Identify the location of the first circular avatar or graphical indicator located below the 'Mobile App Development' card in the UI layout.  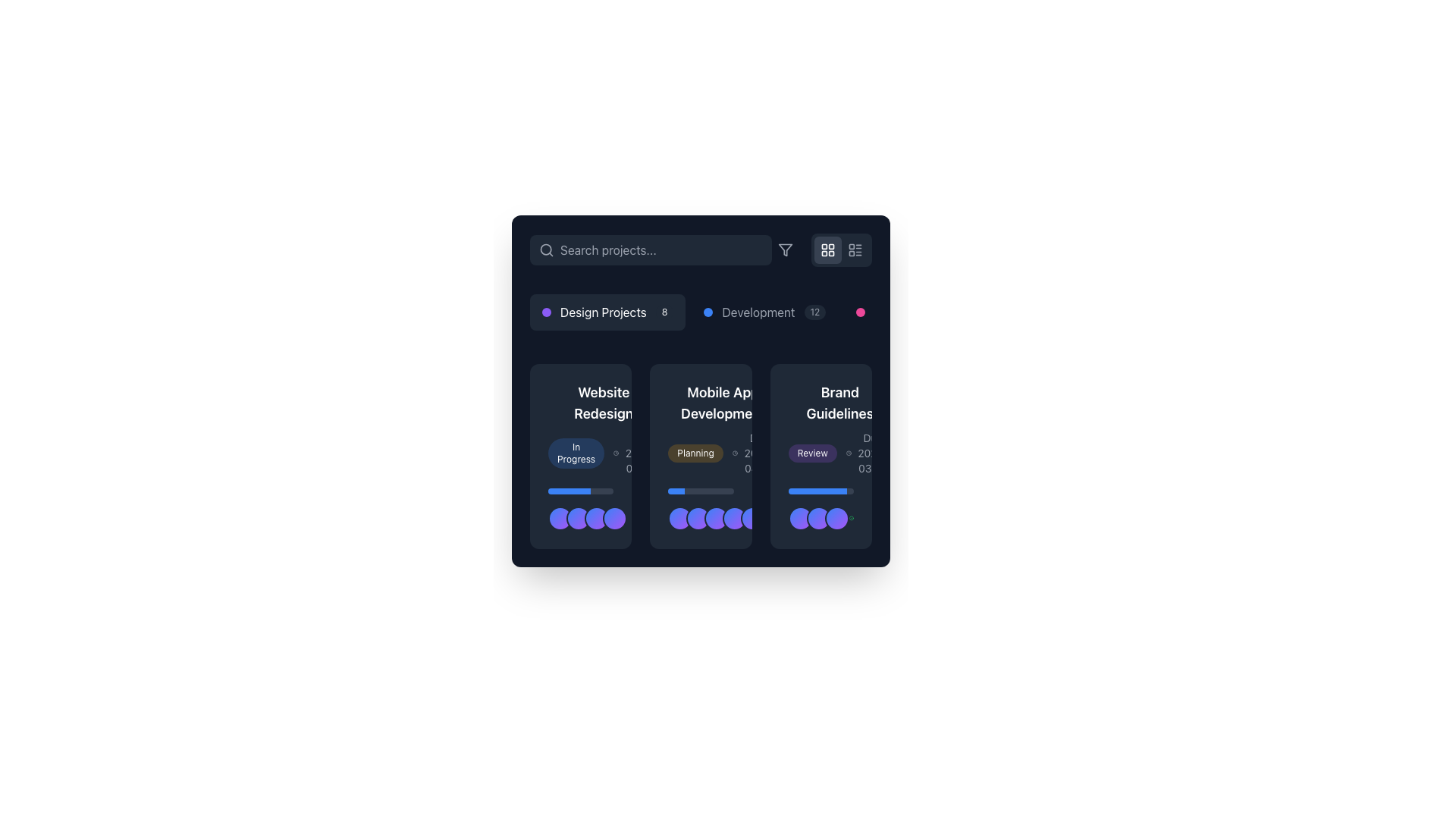
(679, 517).